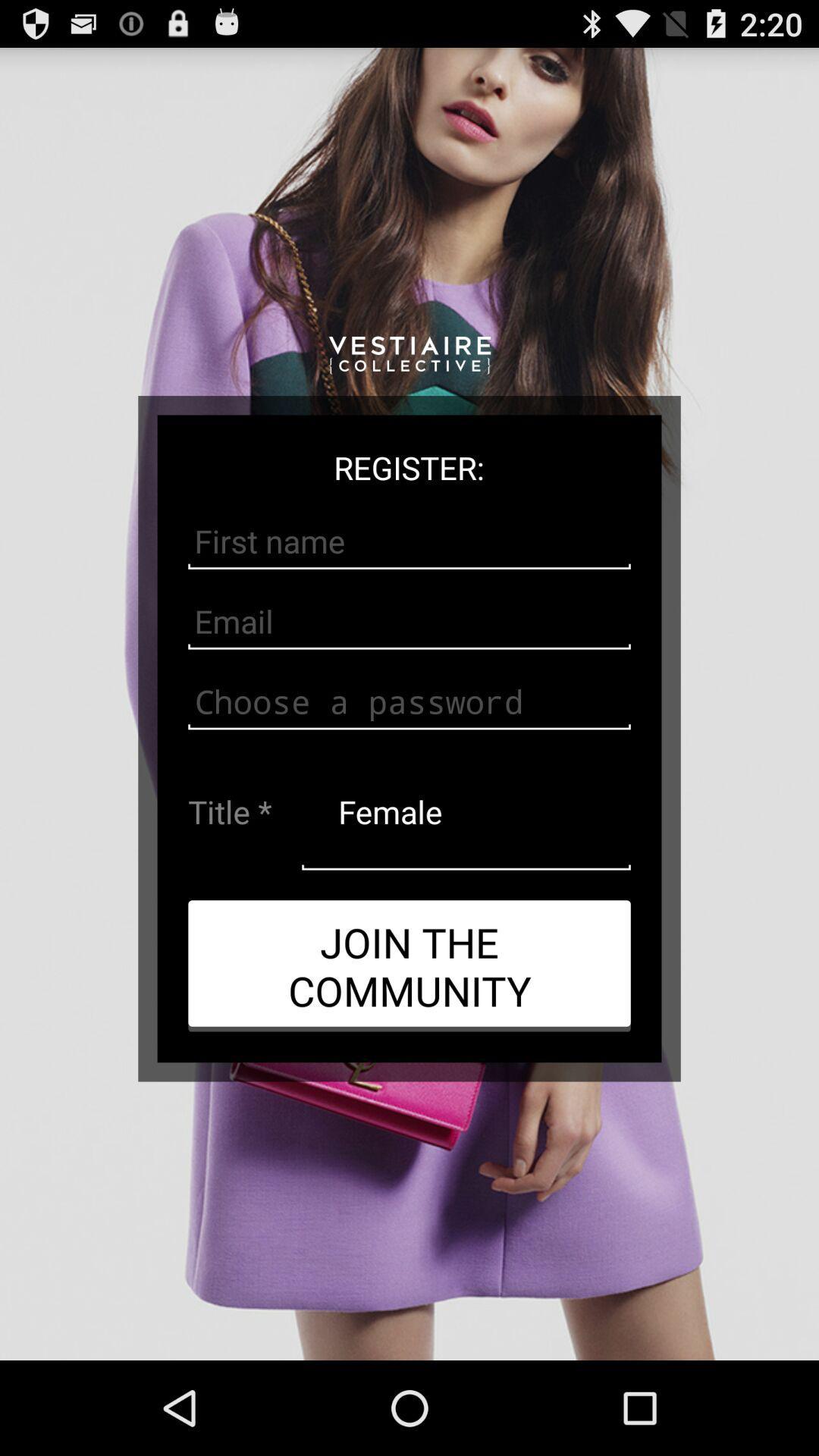  What do you see at coordinates (409, 965) in the screenshot?
I see `app below female app` at bounding box center [409, 965].